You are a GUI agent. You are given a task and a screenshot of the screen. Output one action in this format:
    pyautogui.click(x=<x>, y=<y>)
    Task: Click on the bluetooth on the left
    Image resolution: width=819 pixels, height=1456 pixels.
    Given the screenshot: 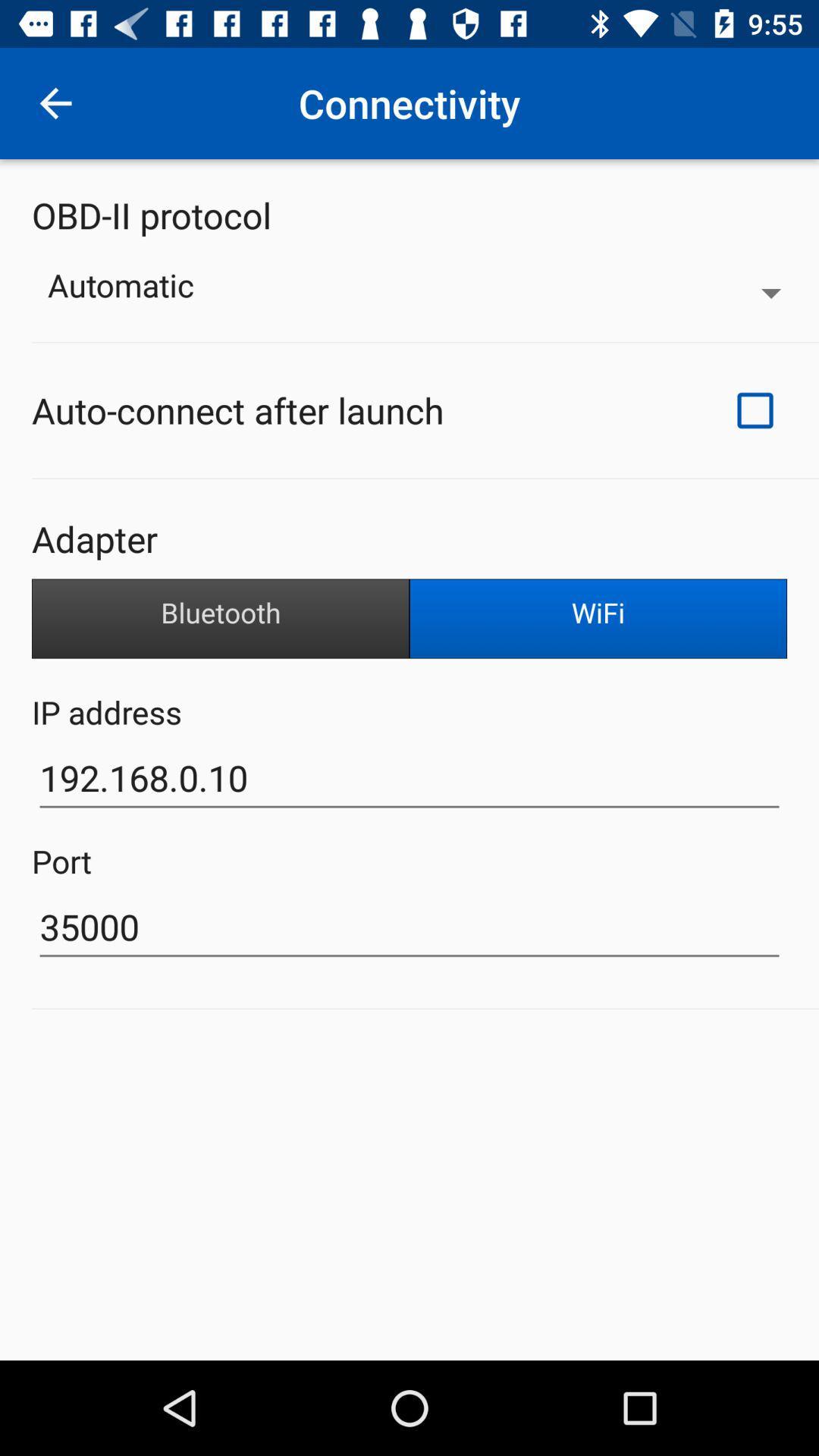 What is the action you would take?
    pyautogui.click(x=220, y=619)
    